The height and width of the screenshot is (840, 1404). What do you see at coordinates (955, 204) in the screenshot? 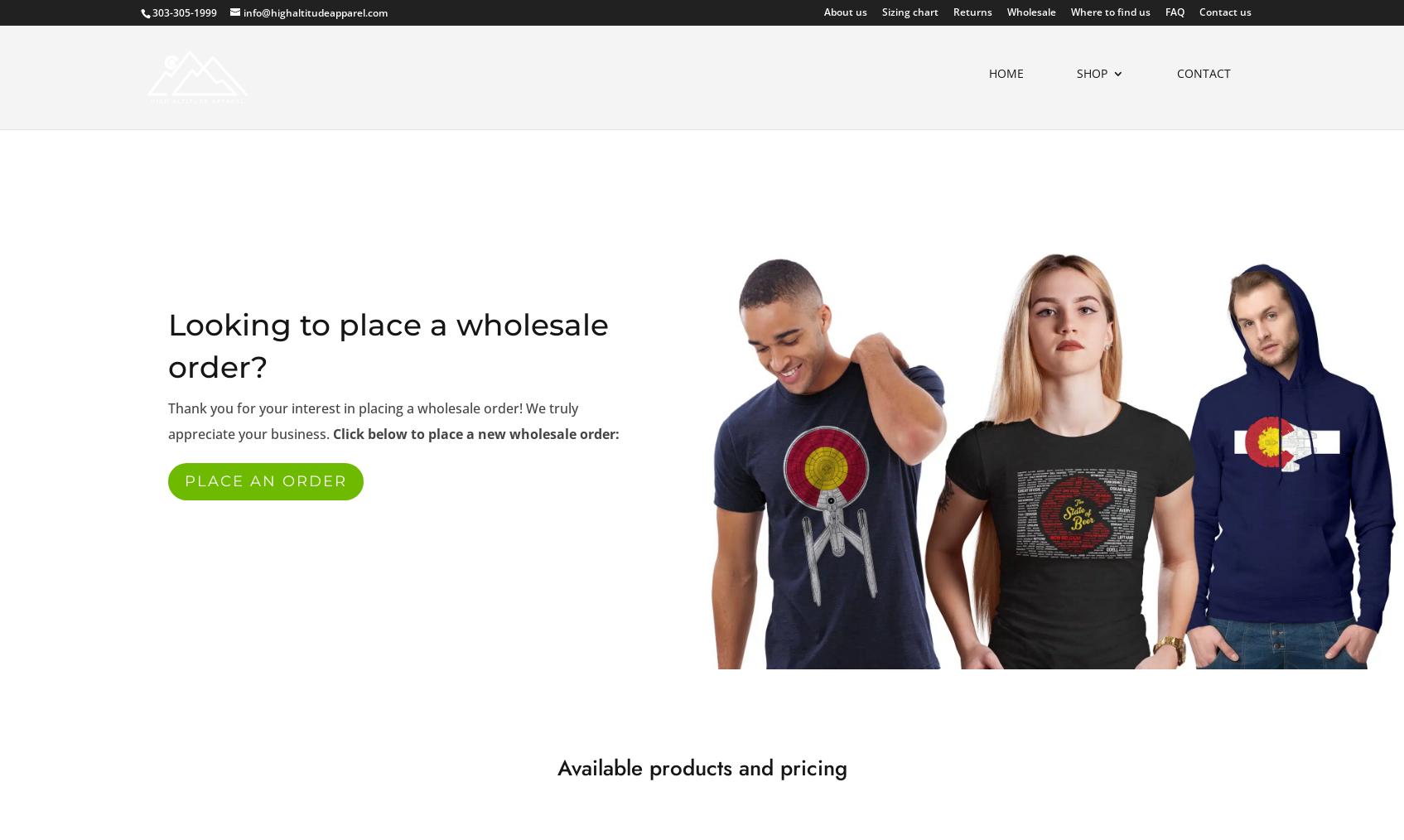
I see `'Unisex apparel'` at bounding box center [955, 204].